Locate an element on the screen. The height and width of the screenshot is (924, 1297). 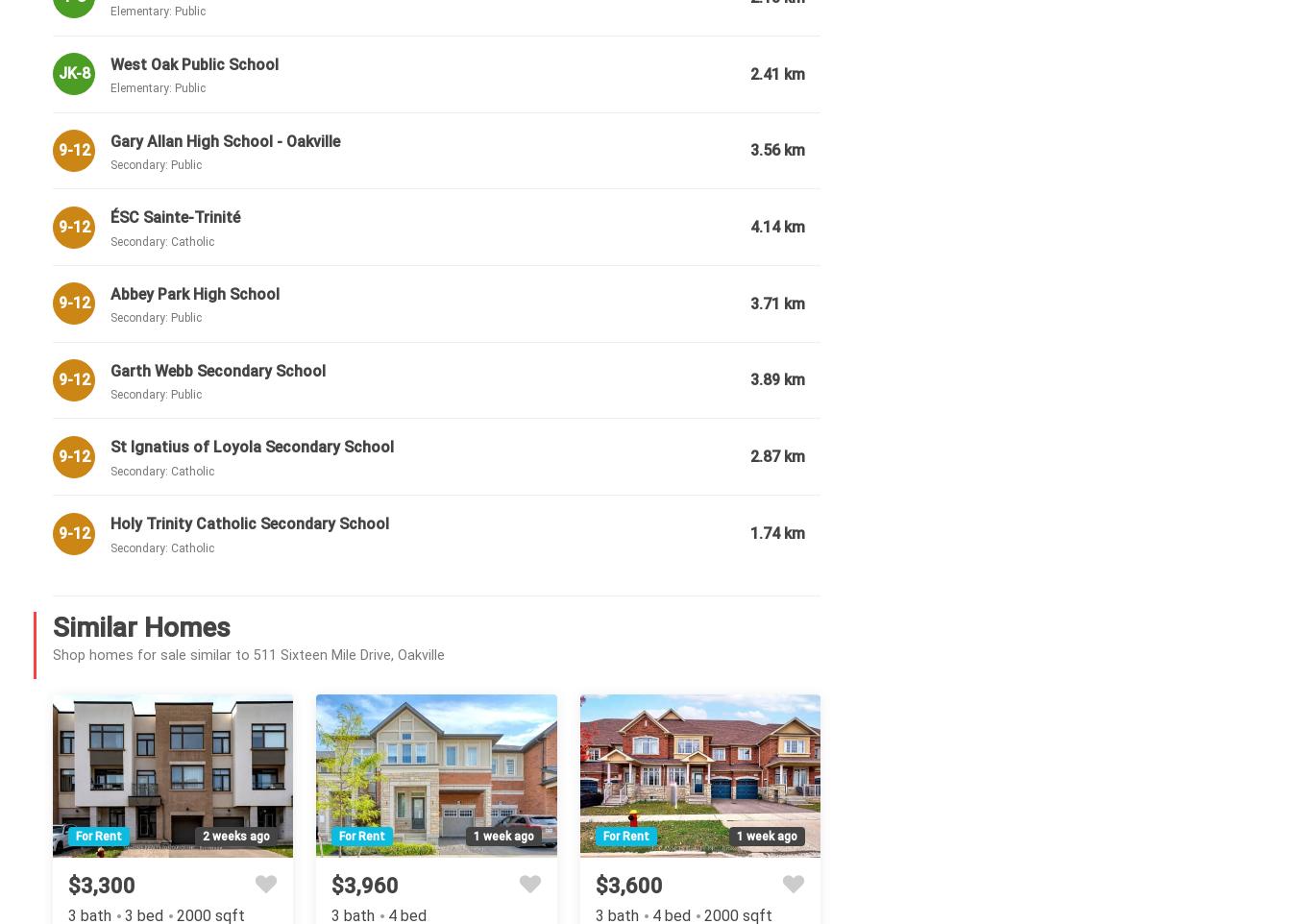
'Hardwood Floor, Gas Fireplace, Open Concept' is located at coordinates (515, 574).